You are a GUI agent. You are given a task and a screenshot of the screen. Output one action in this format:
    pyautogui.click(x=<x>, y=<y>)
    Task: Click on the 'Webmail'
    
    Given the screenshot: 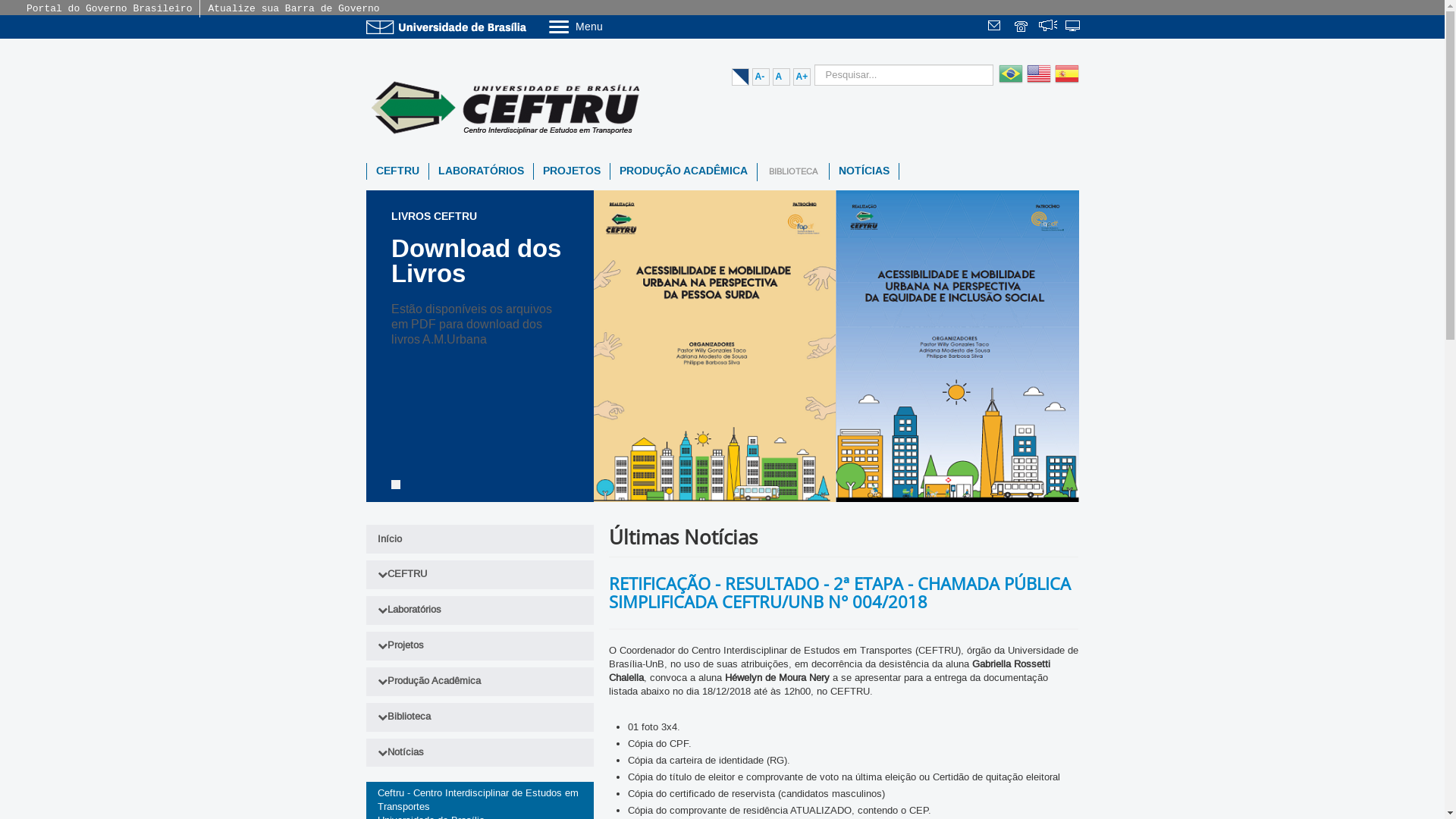 What is the action you would take?
    pyautogui.click(x=987, y=27)
    